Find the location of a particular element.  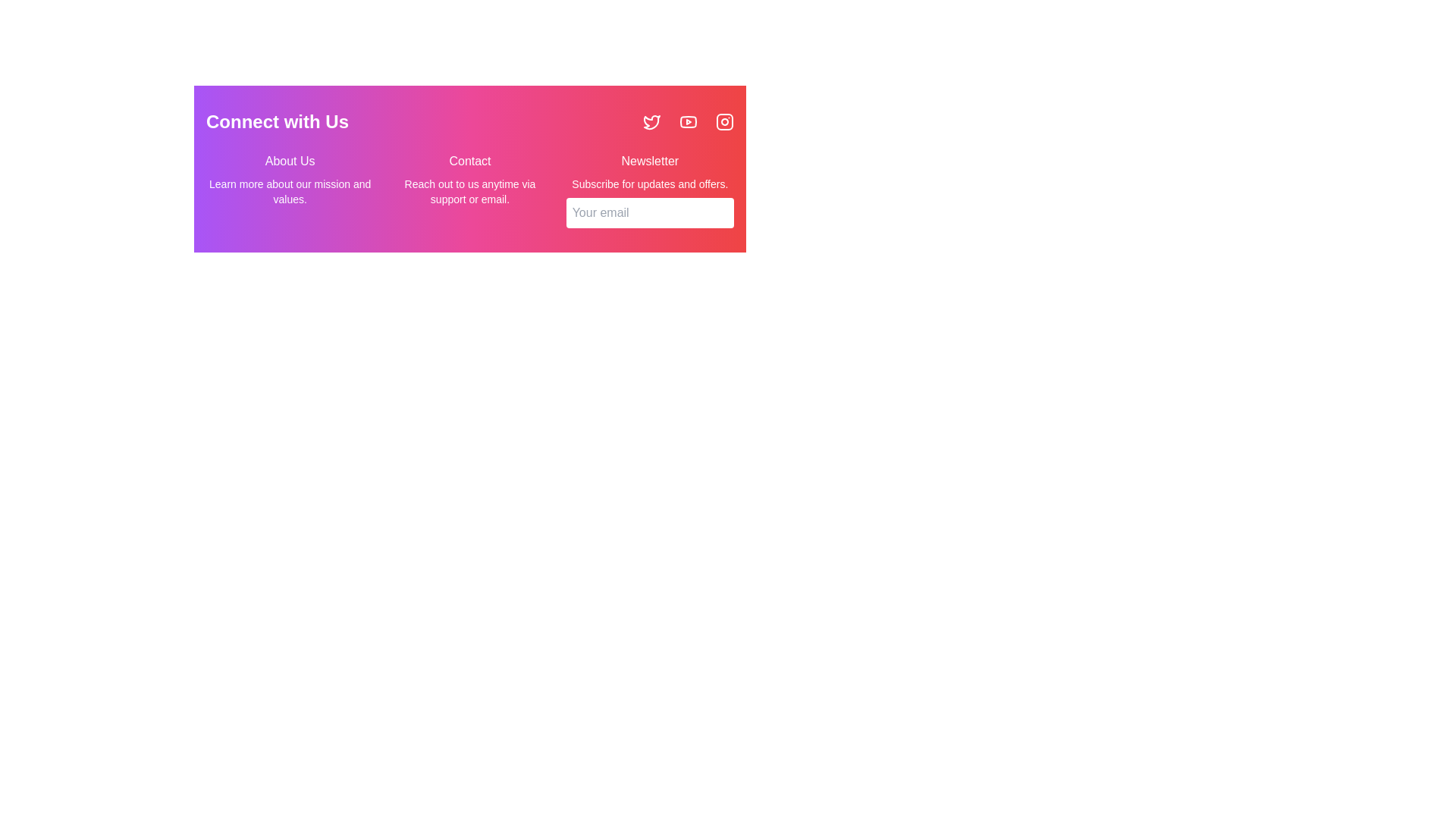

the Text Block that provides a brief description of the organization's mission and values, located at the top left of the three-column grid layout, immediately to the left of the 'Contact' section is located at coordinates (290, 189).